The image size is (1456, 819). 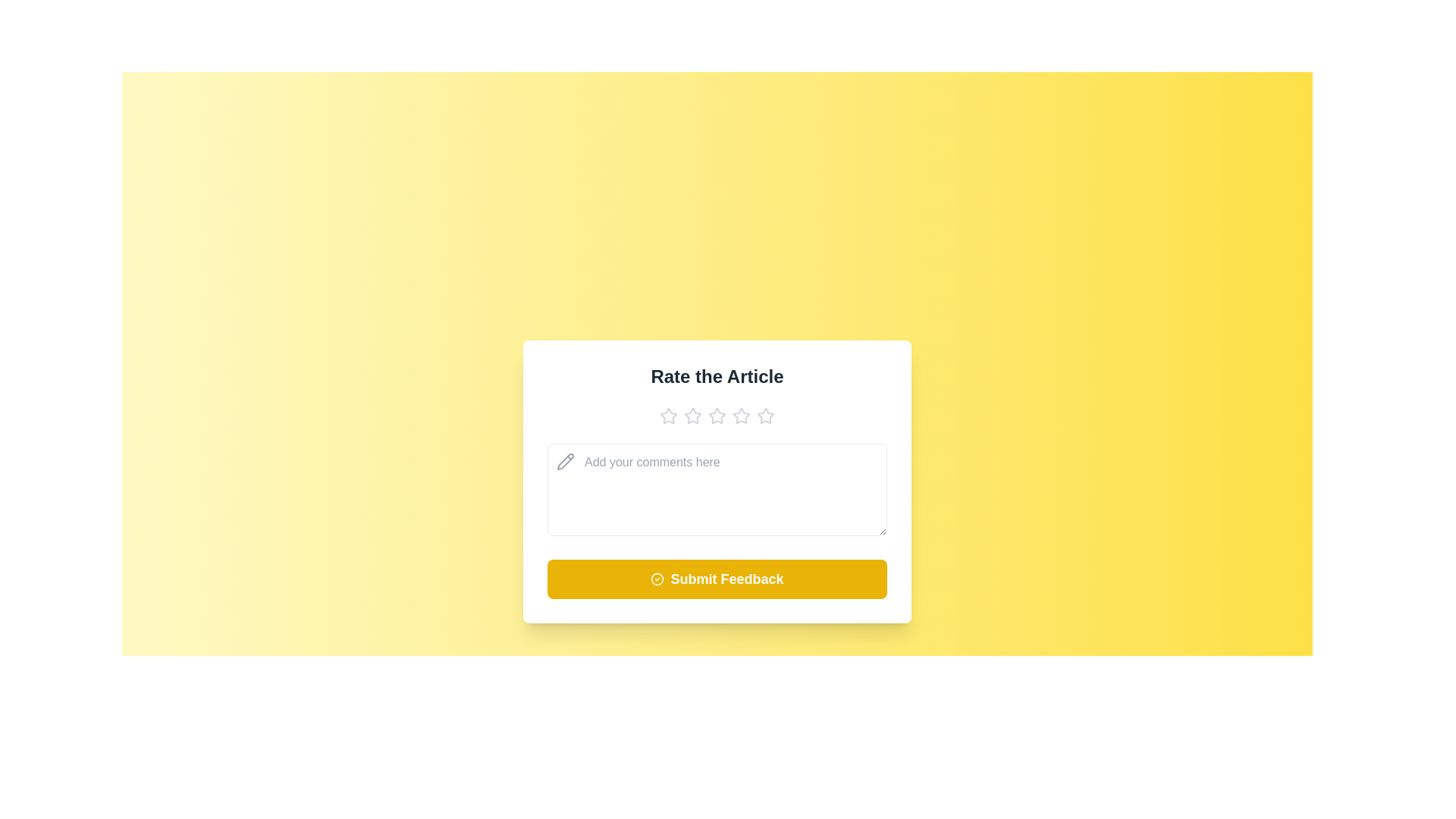 I want to click on the editing icon located in the top-left corner of the comment input box, which indicates editing capability for the associated text input field, so click(x=564, y=460).